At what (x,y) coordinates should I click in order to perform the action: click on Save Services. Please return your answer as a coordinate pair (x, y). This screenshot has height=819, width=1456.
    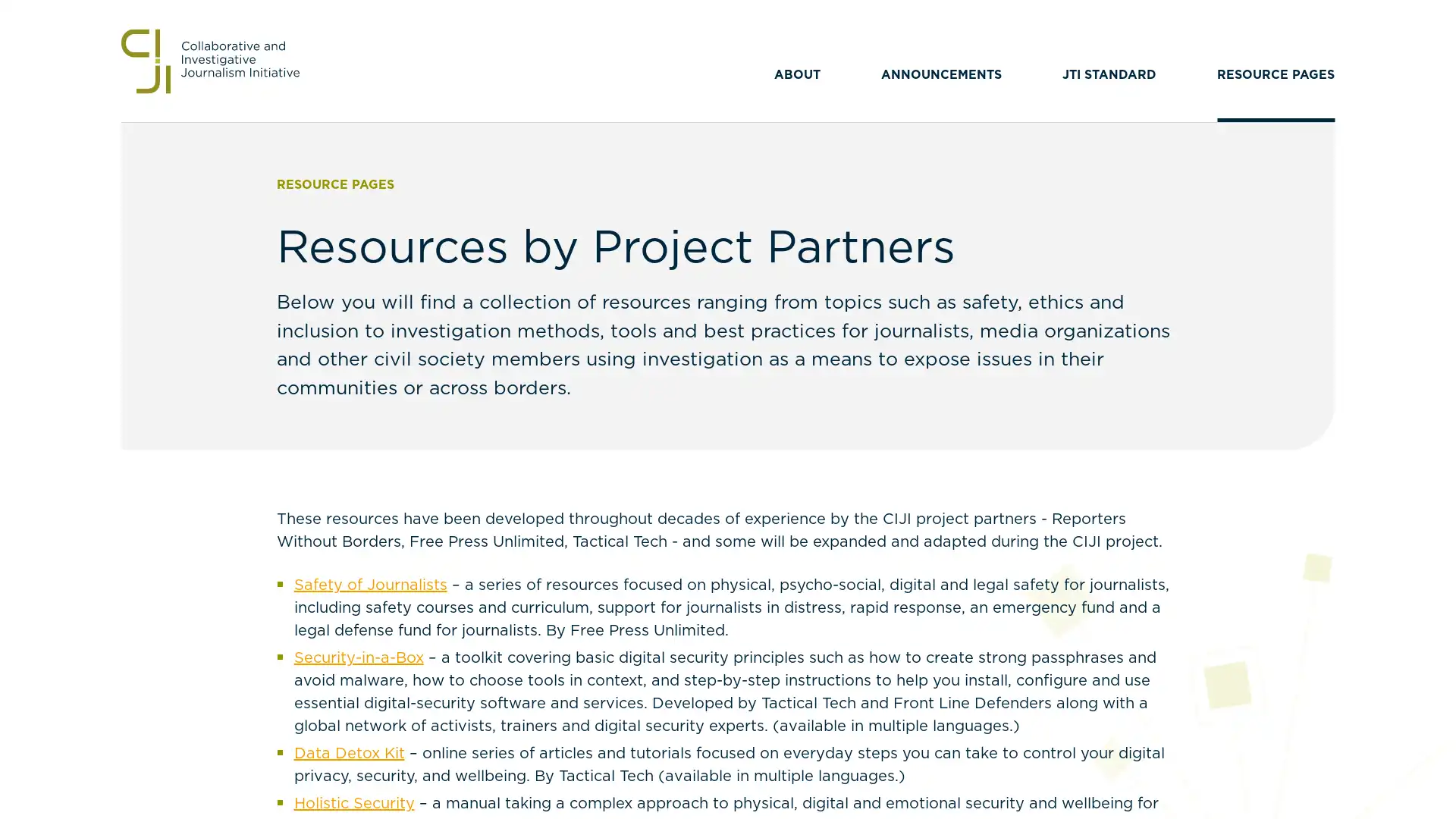
    Looking at the image, I should click on (578, 514).